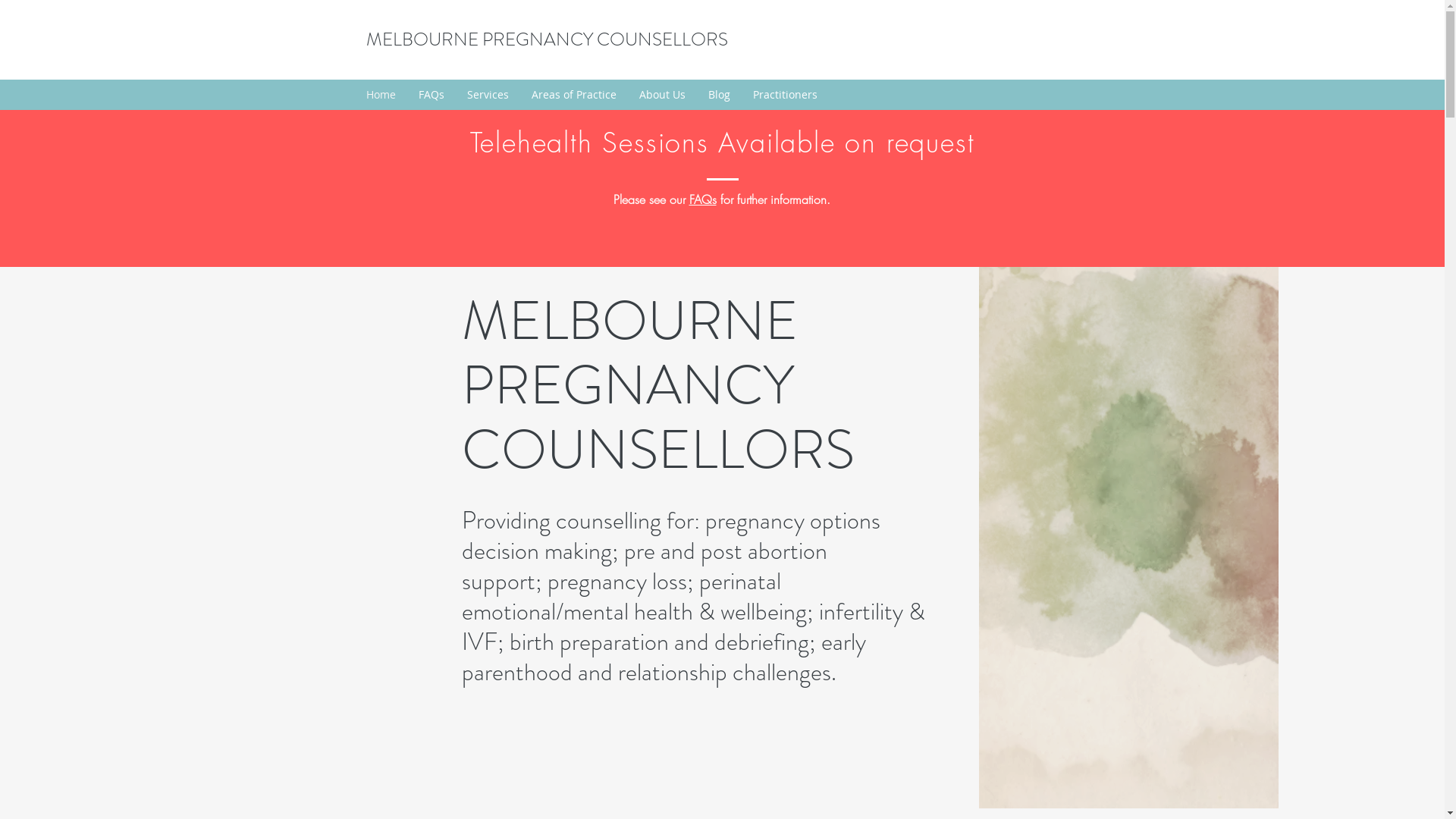 This screenshot has height=819, width=1456. Describe the element at coordinates (695, 94) in the screenshot. I see `'Blog'` at that location.